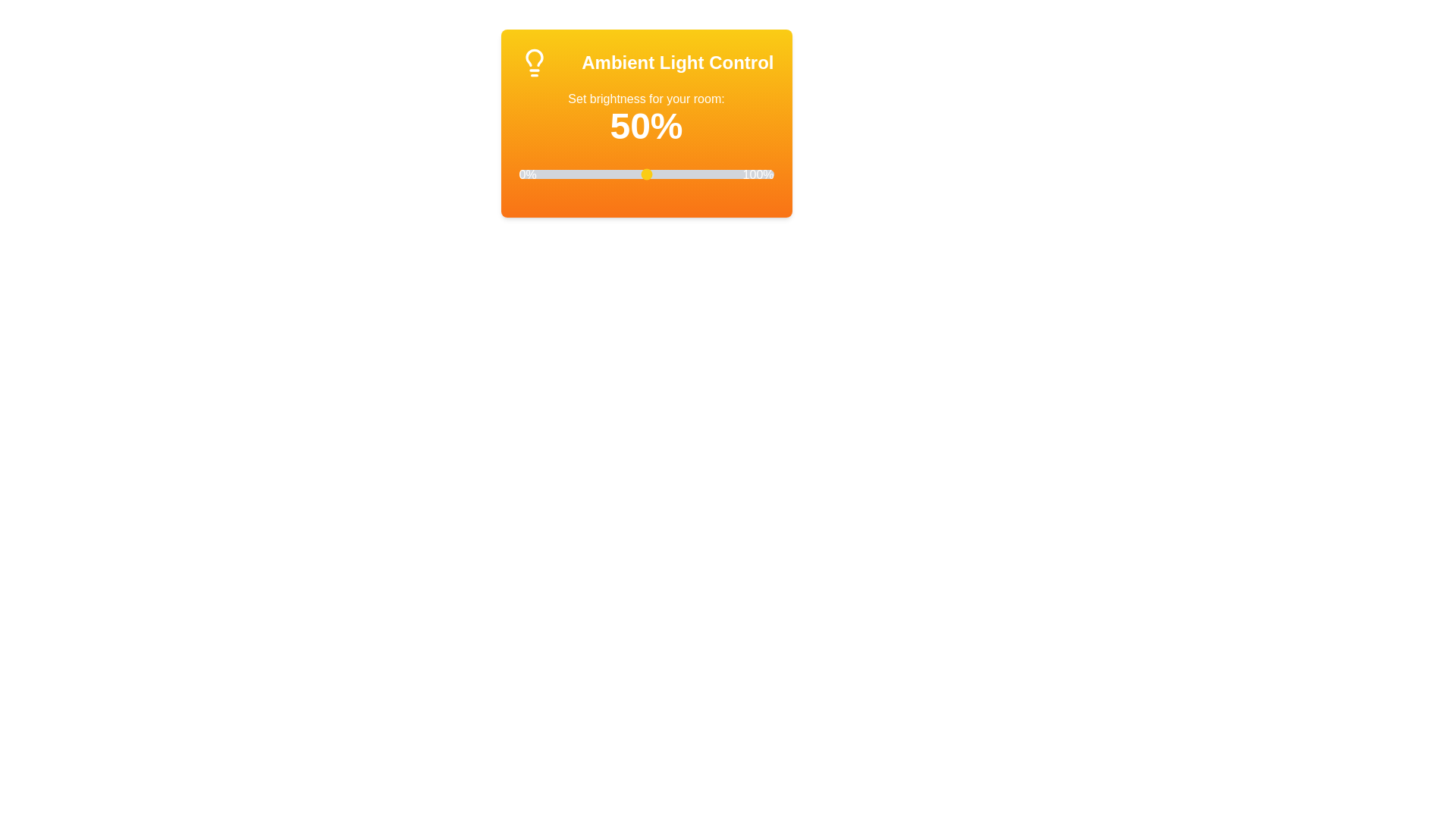 This screenshot has width=1456, height=819. I want to click on the brightness slider to 89%, so click(745, 174).